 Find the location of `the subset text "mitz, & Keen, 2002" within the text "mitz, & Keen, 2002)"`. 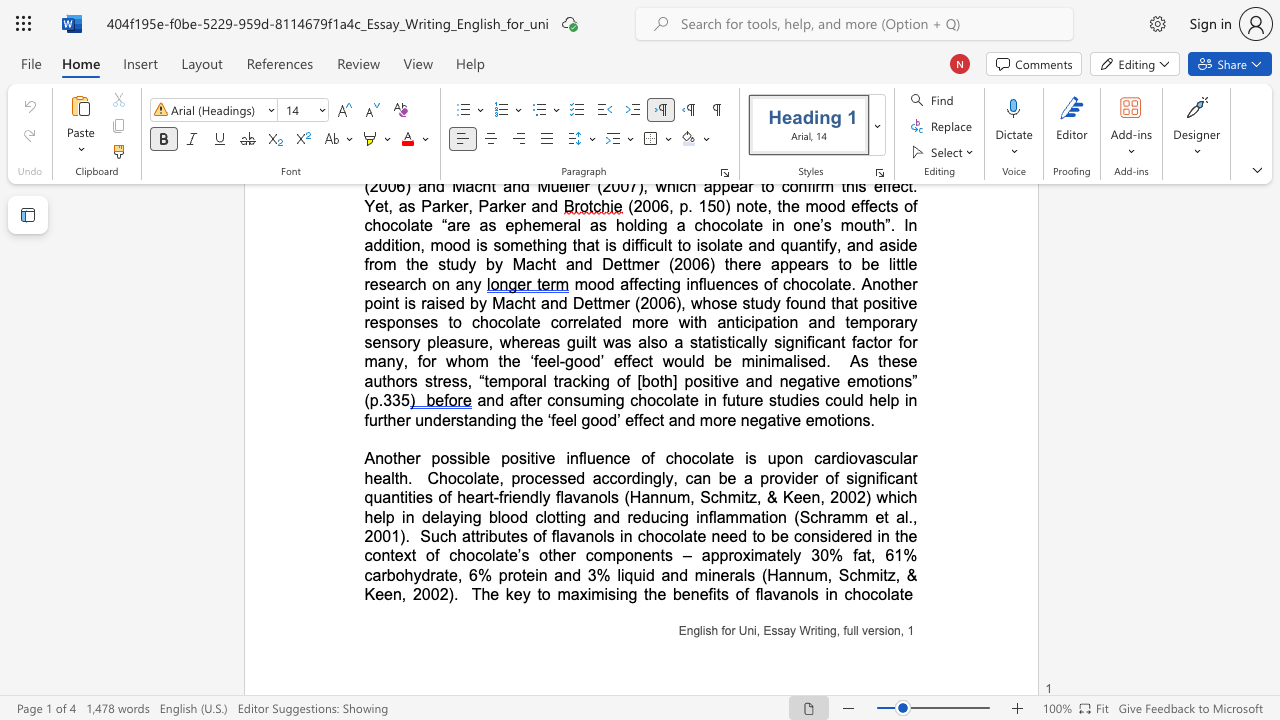

the subset text "mitz, & Keen, 2002" within the text "mitz, & Keen, 2002)" is located at coordinates (866, 575).